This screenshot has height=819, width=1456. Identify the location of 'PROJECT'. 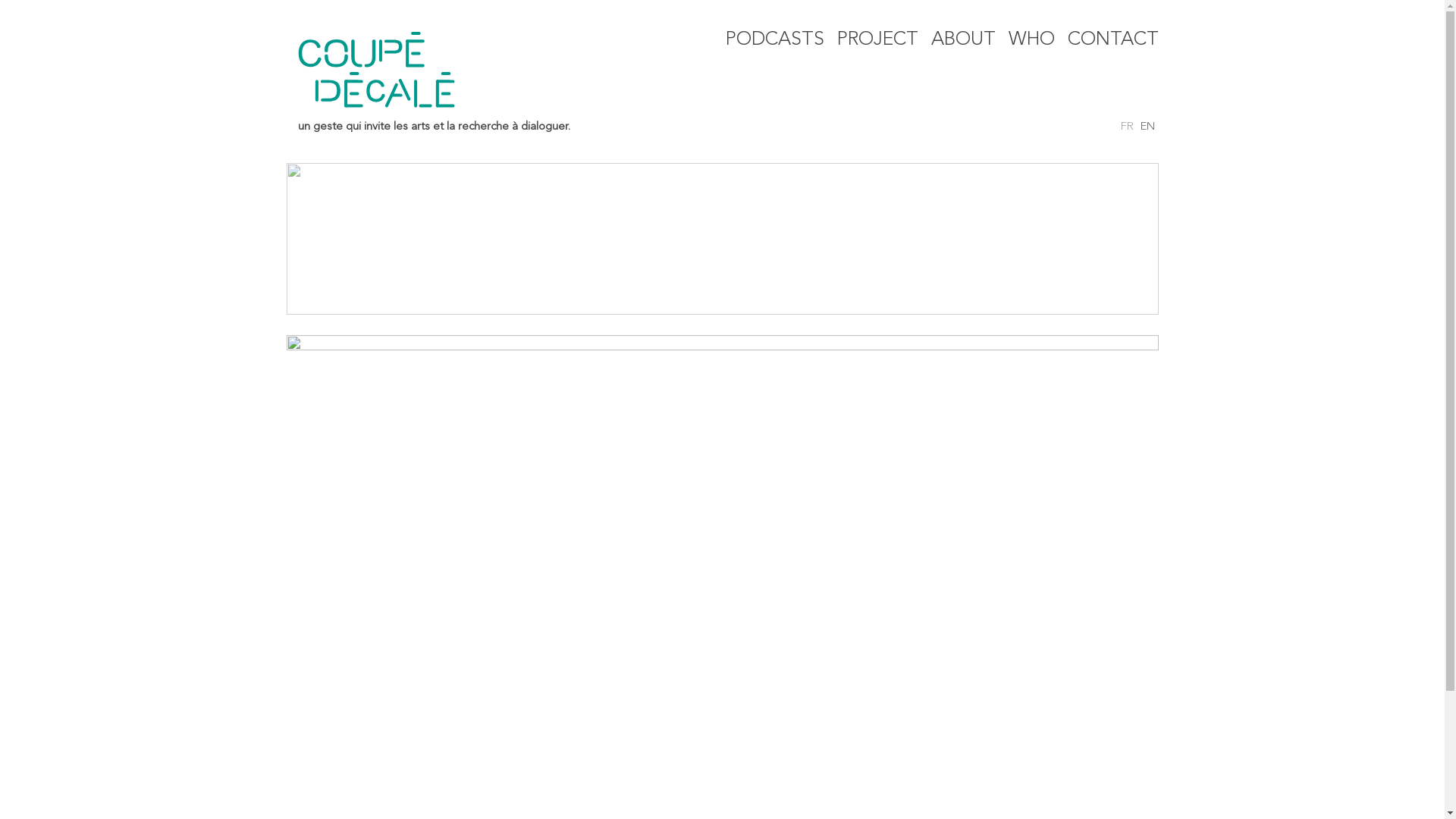
(836, 39).